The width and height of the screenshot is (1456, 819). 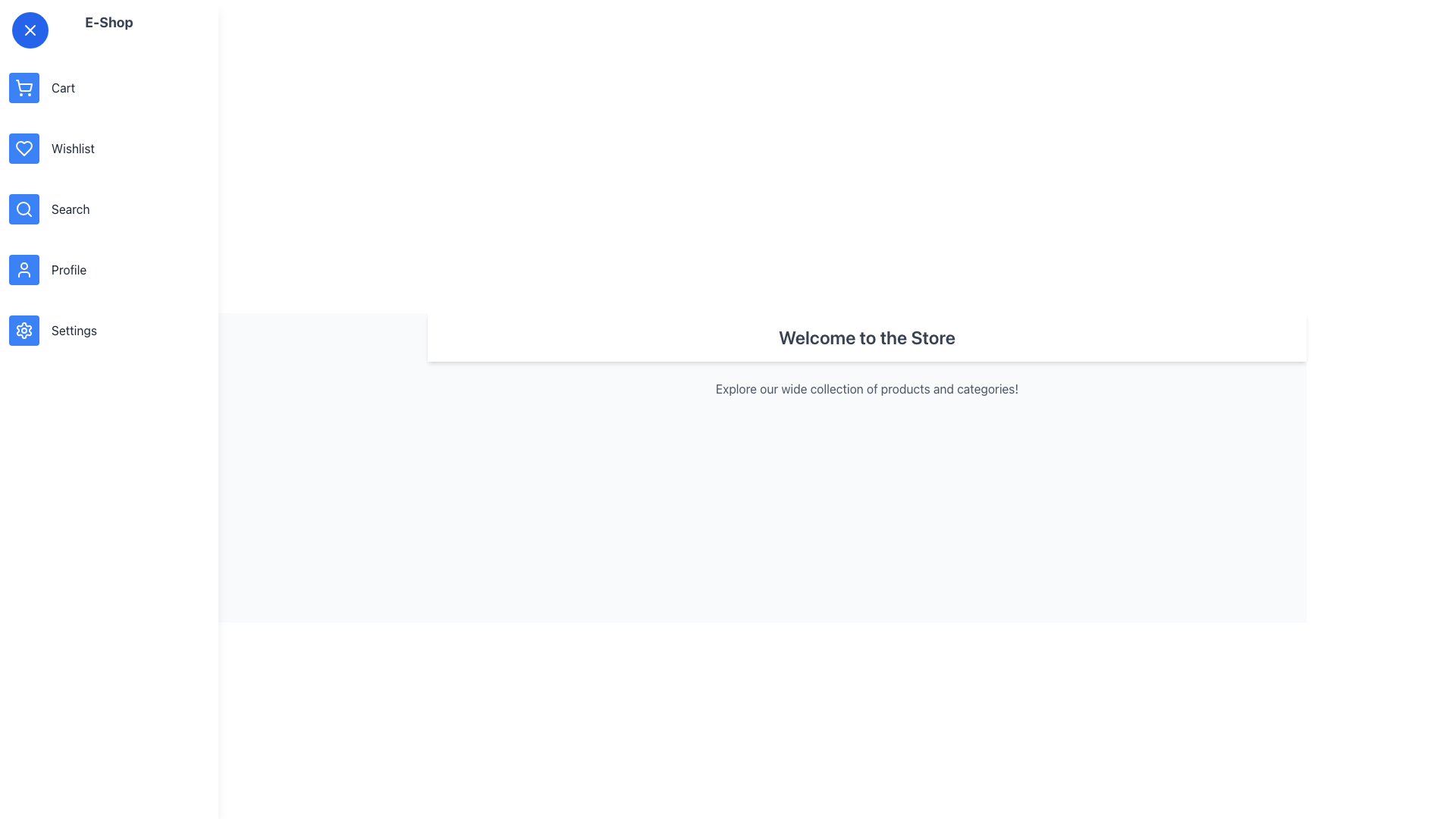 I want to click on the gear icon located at the bottom of the sidebar, which is styled with a blue background and symbolizes settings, so click(x=24, y=329).